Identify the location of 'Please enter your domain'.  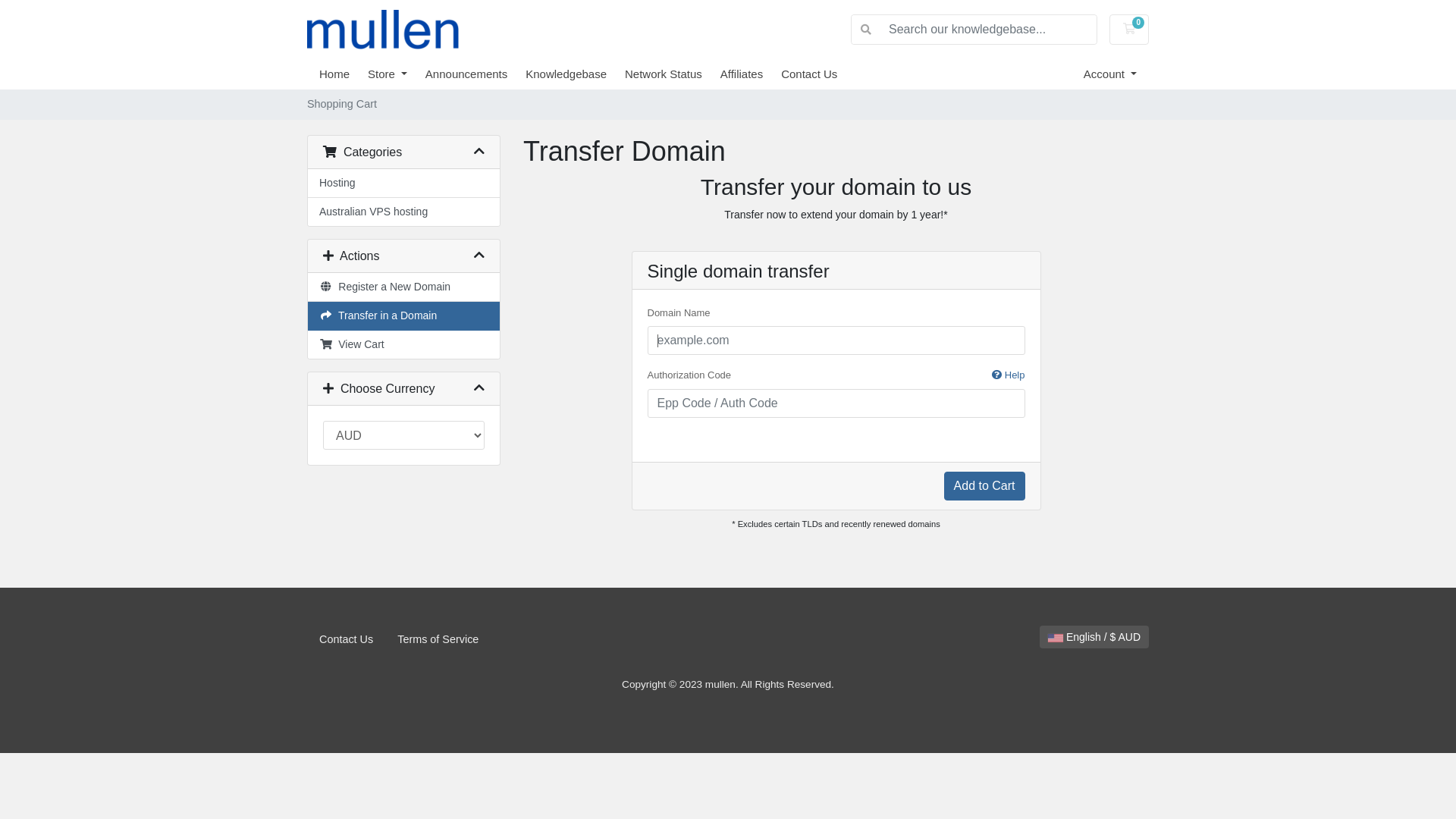
(836, 339).